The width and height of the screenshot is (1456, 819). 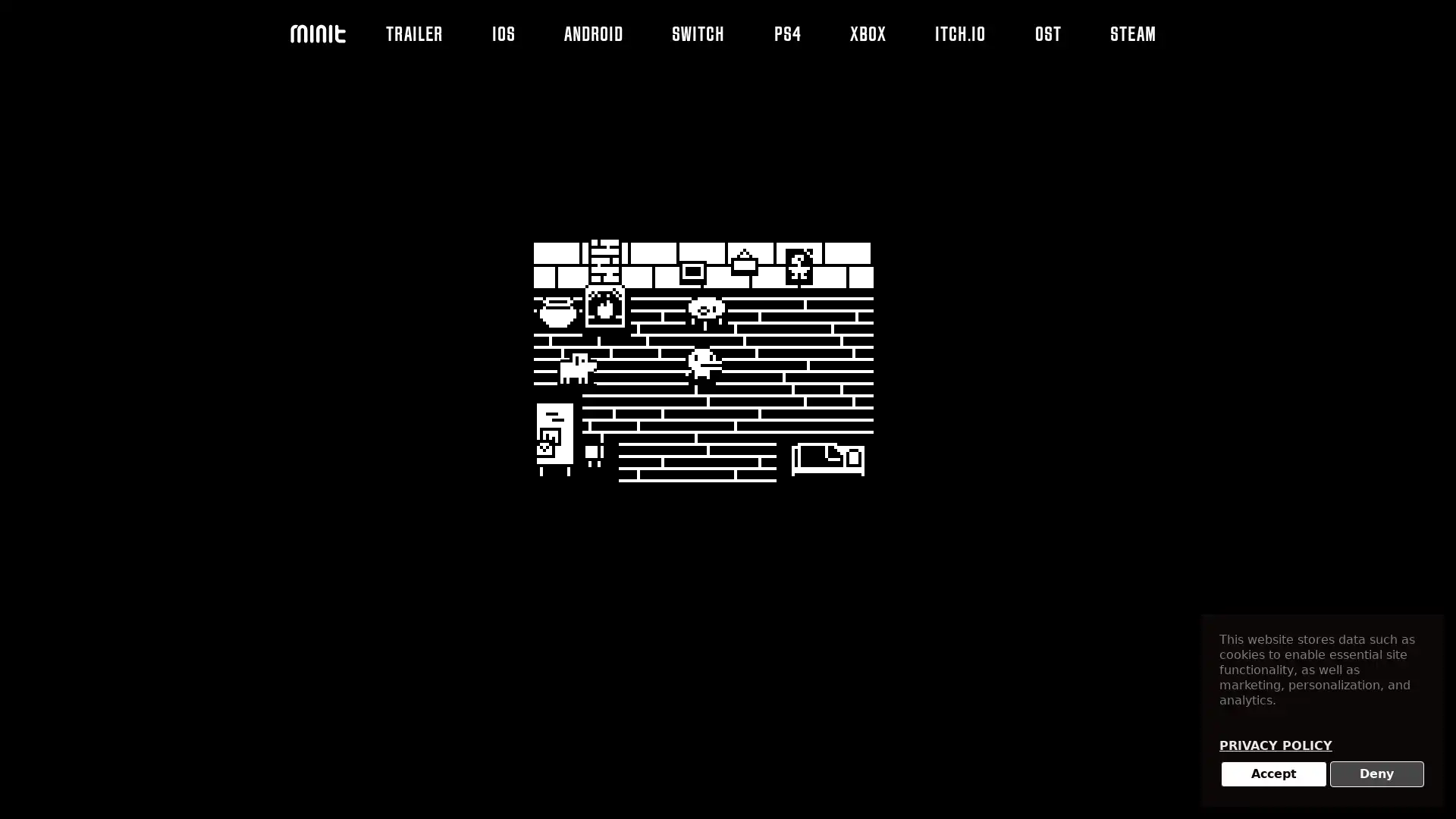 I want to click on Accept, so click(x=1273, y=774).